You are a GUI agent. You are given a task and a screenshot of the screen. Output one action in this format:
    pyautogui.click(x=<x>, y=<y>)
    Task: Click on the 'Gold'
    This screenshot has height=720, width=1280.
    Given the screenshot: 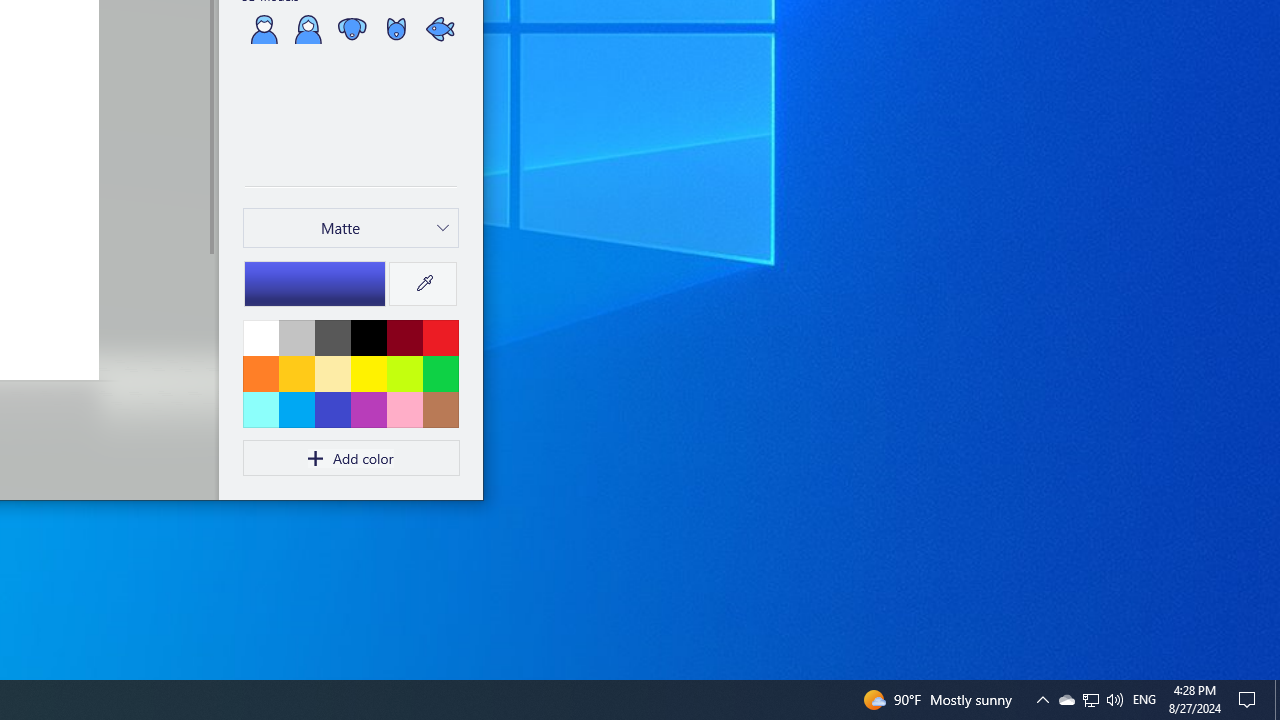 What is the action you would take?
    pyautogui.click(x=295, y=373)
    